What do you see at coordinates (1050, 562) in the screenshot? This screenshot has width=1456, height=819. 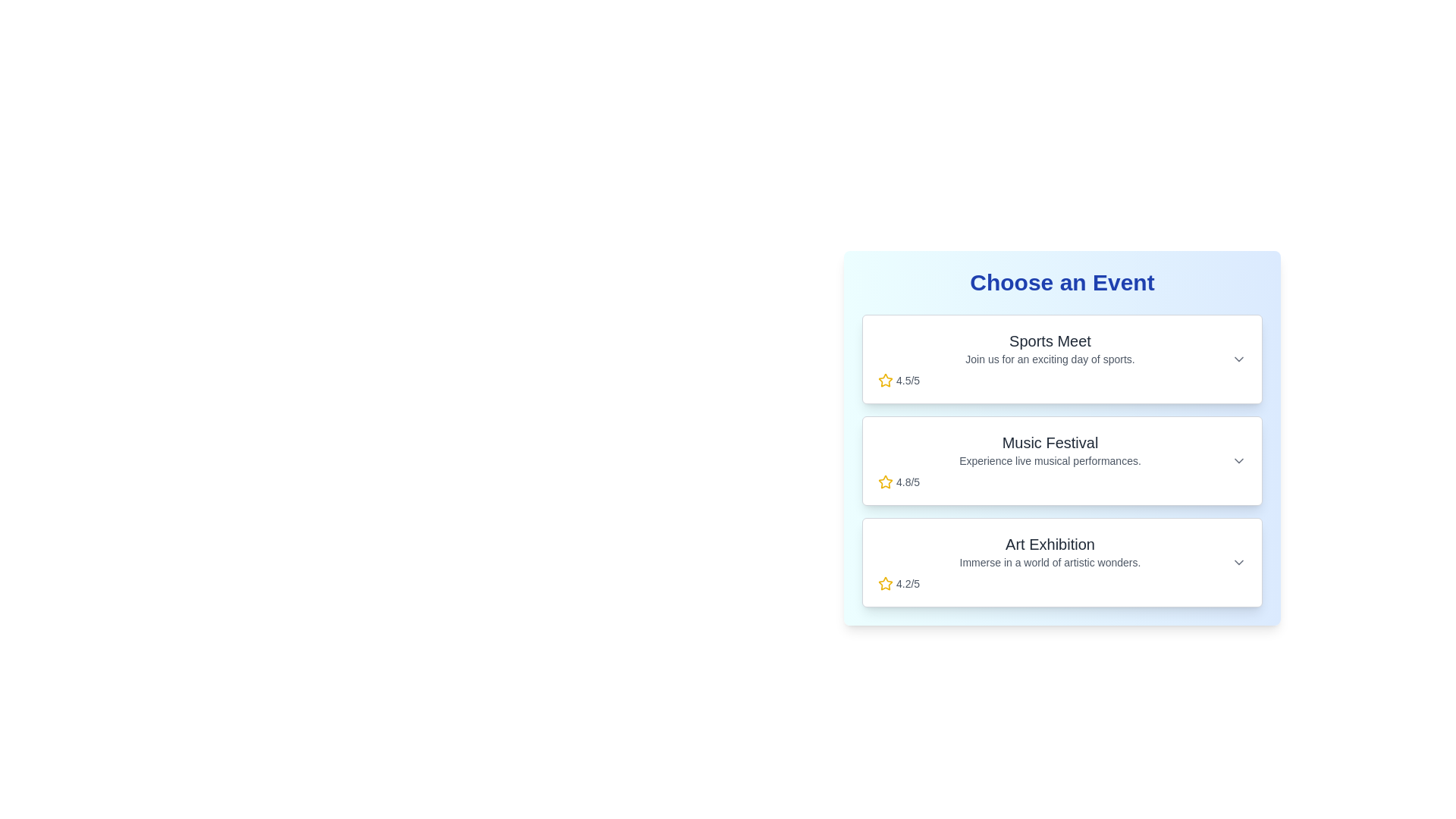 I see `the descriptive subtitle text label for the 'Art Exhibition' section, which is located below the title 'Art Exhibition' and above the rating '4.2/5'` at bounding box center [1050, 562].